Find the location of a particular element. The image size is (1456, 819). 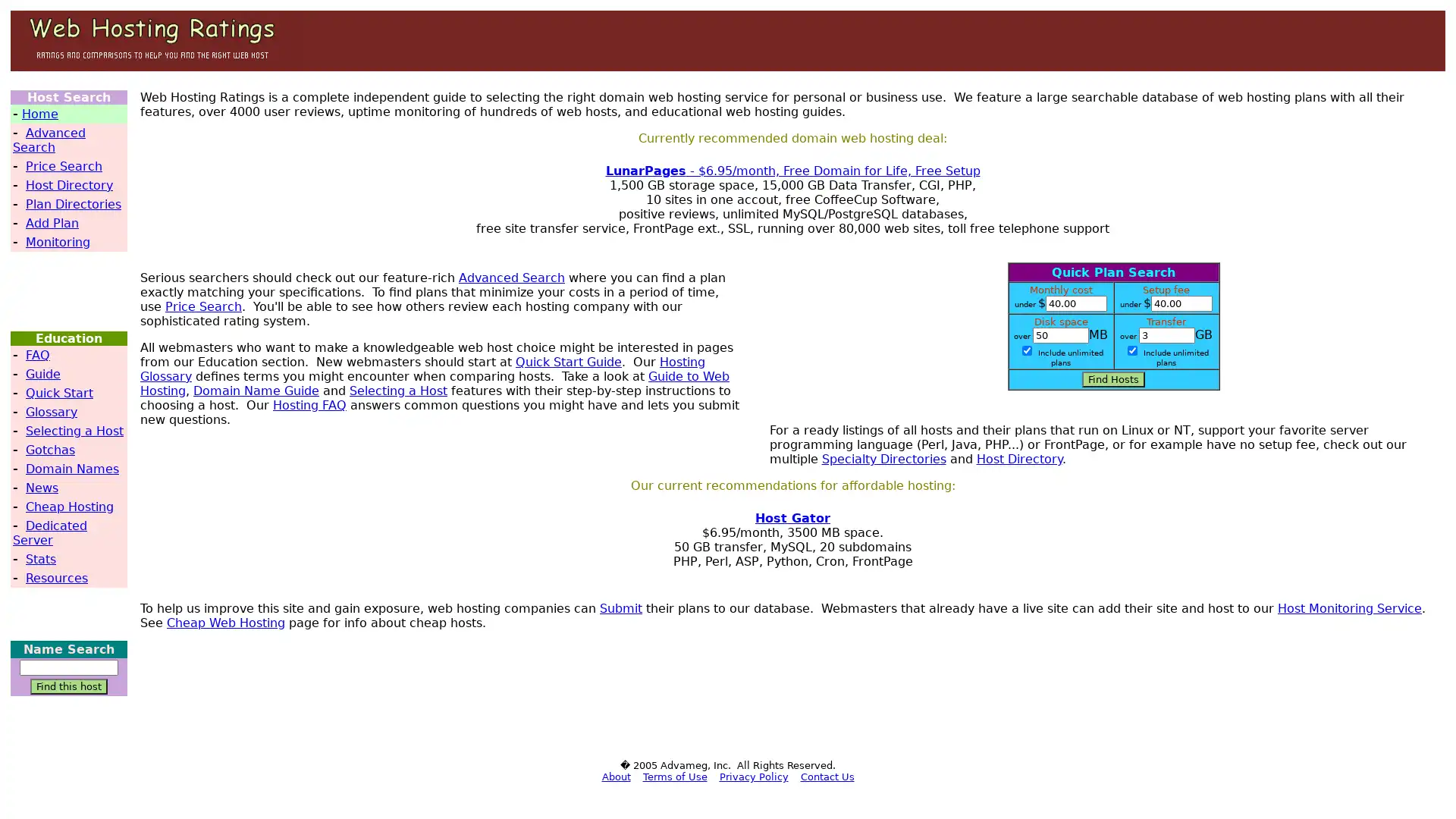

Find this host is located at coordinates (68, 686).